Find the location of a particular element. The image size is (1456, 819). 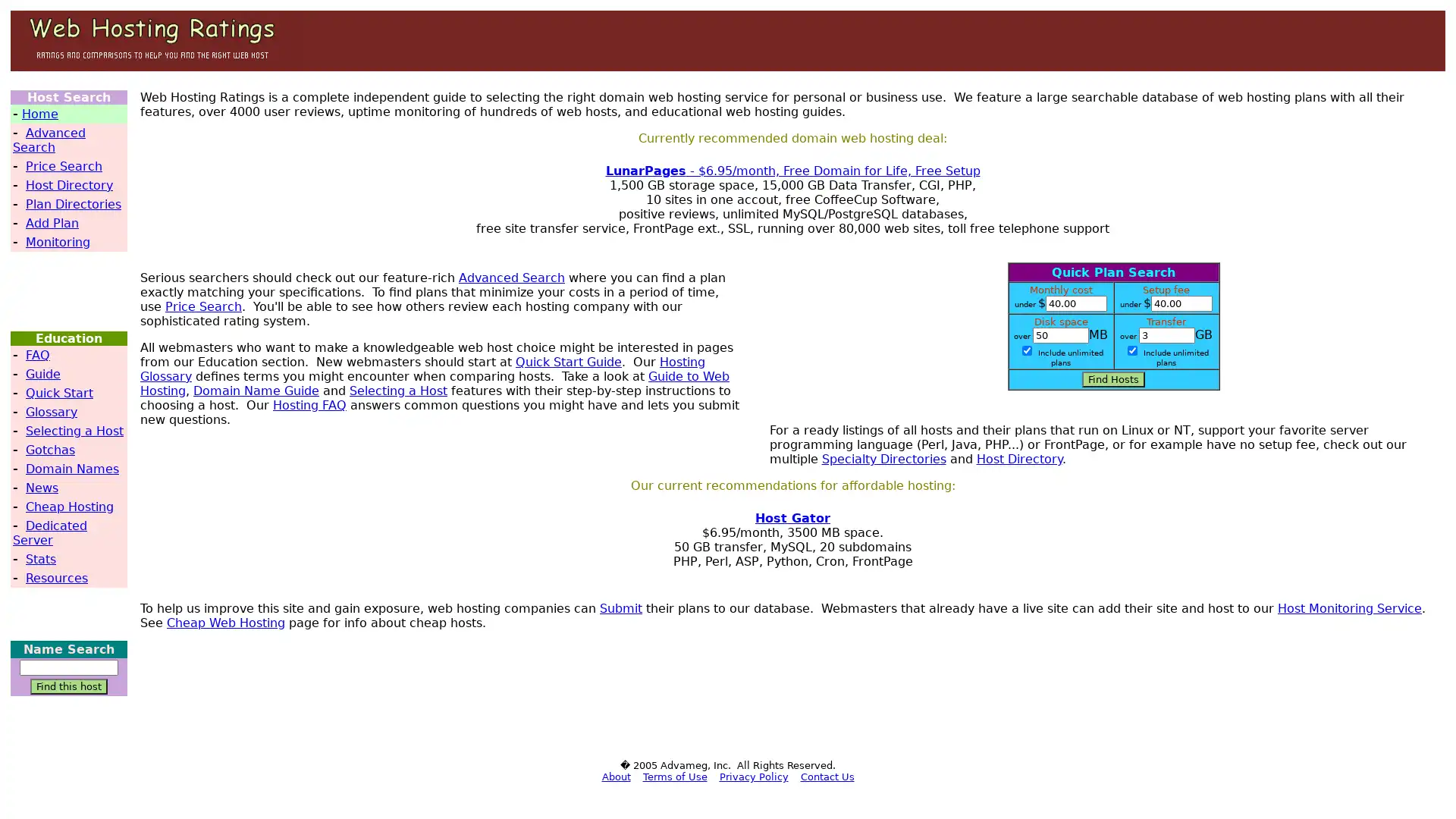

Find this host is located at coordinates (68, 686).